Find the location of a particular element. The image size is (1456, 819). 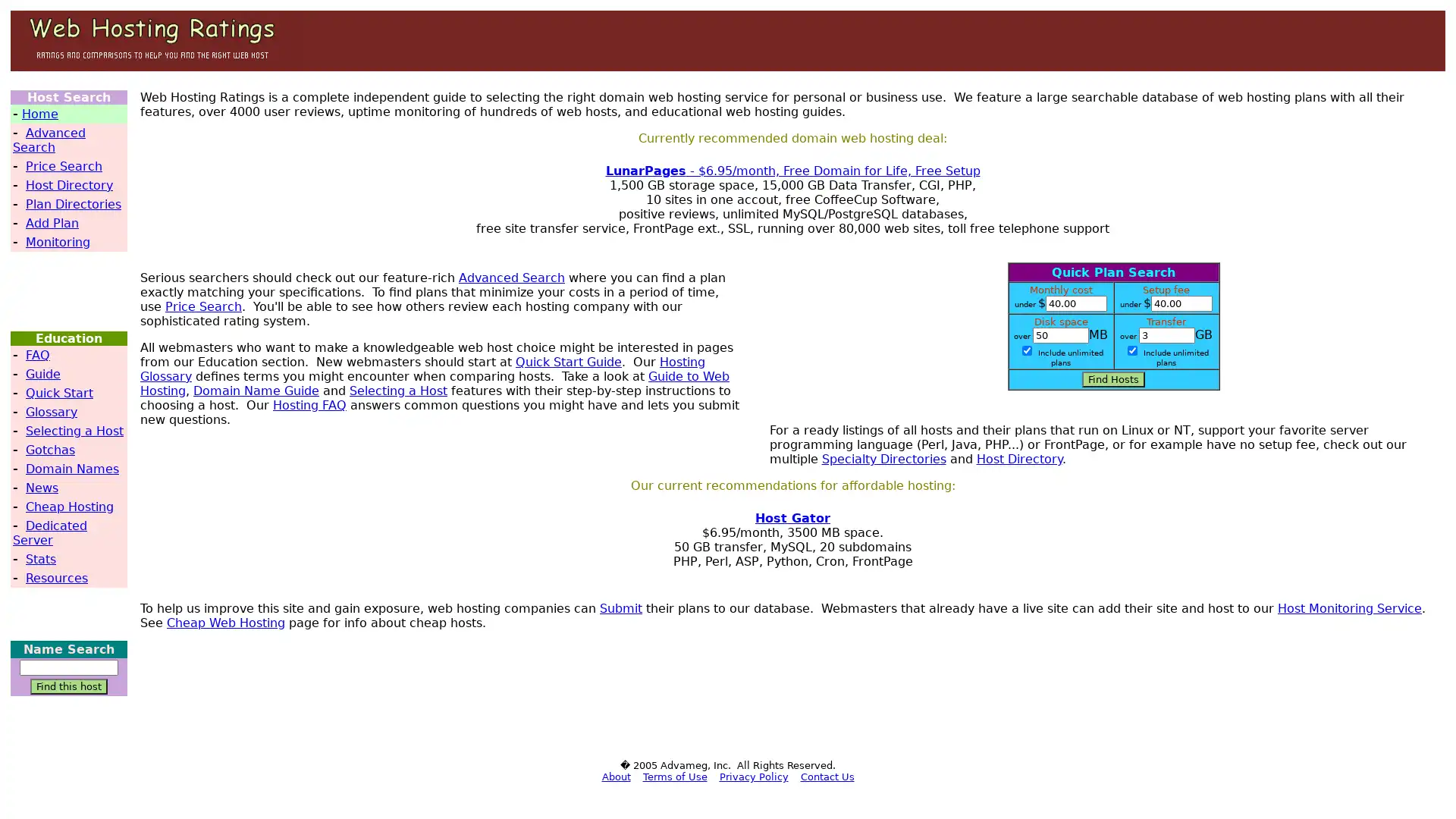

Find this host is located at coordinates (68, 686).